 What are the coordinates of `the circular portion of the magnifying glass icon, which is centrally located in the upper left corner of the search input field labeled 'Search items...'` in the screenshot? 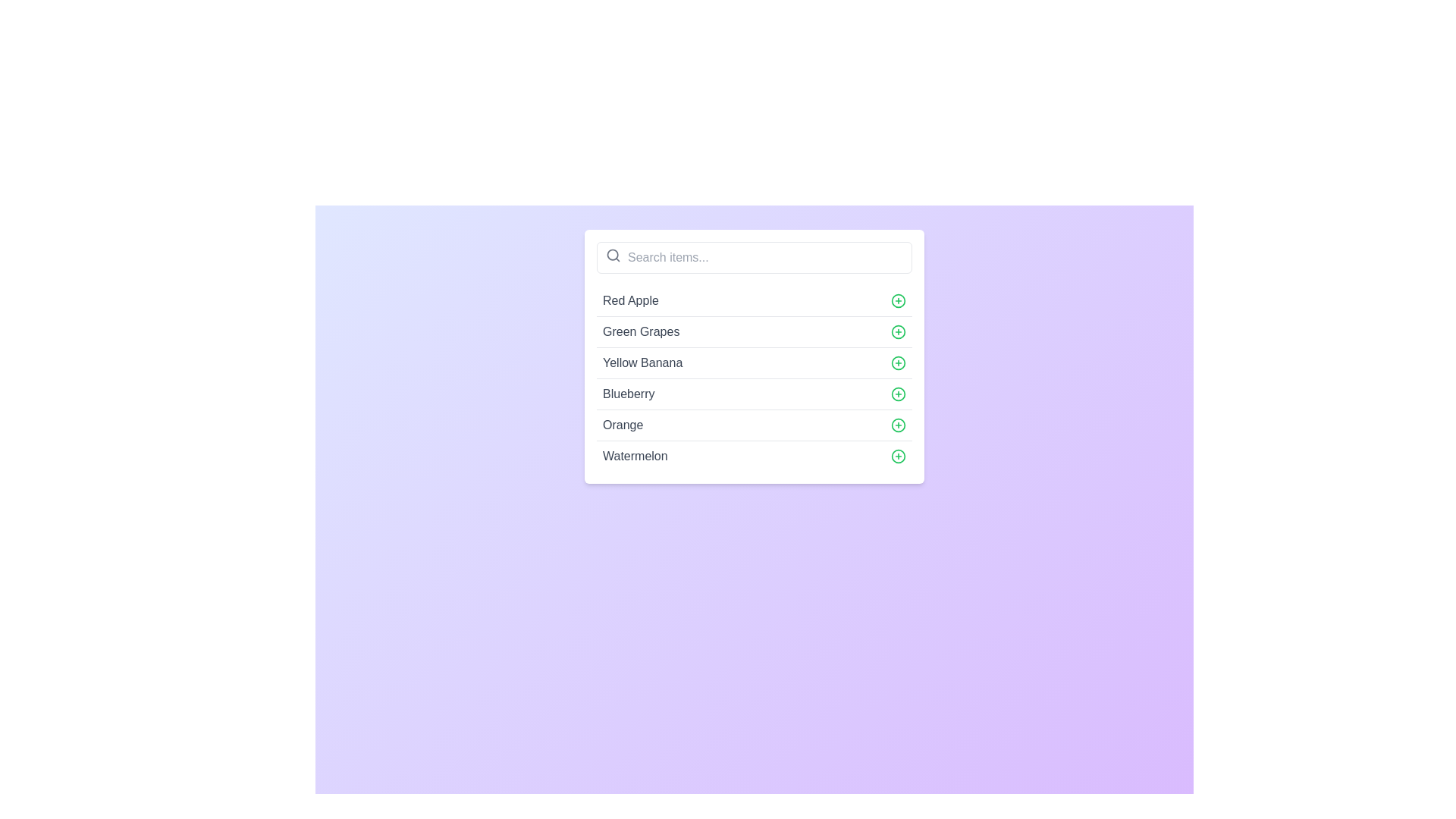 It's located at (613, 254).